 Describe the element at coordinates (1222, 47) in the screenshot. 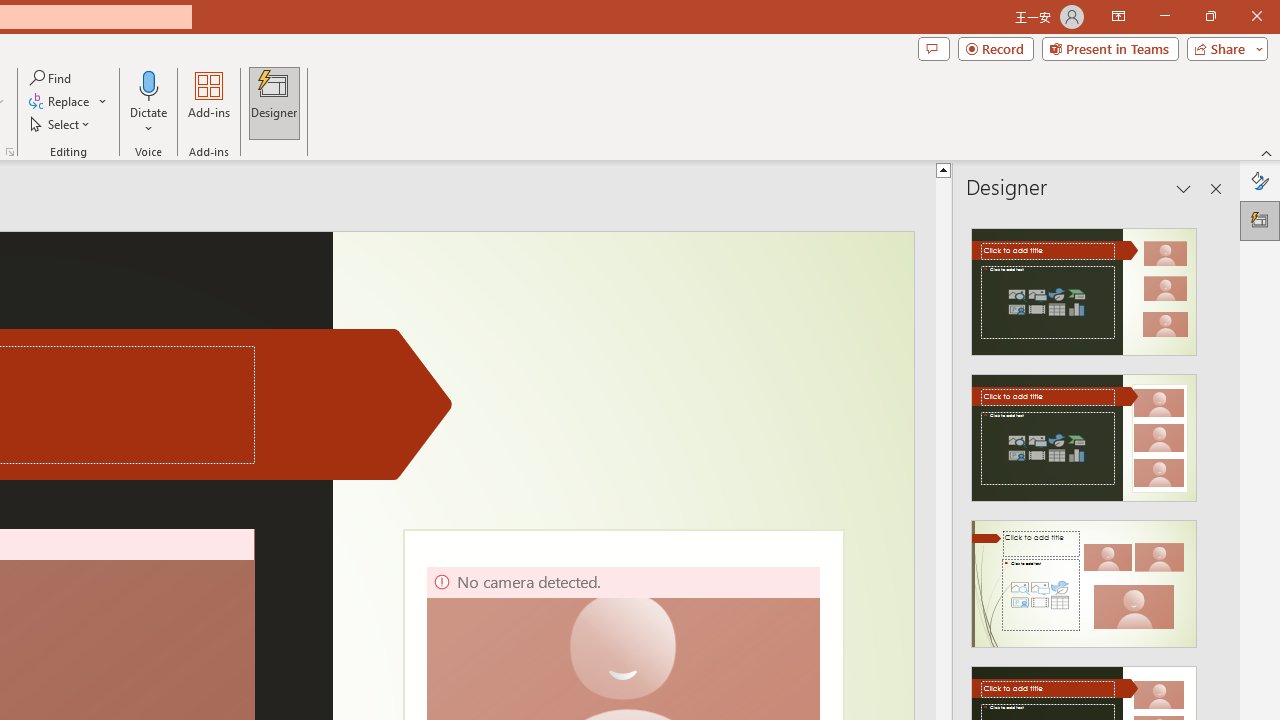

I see `'Share'` at that location.